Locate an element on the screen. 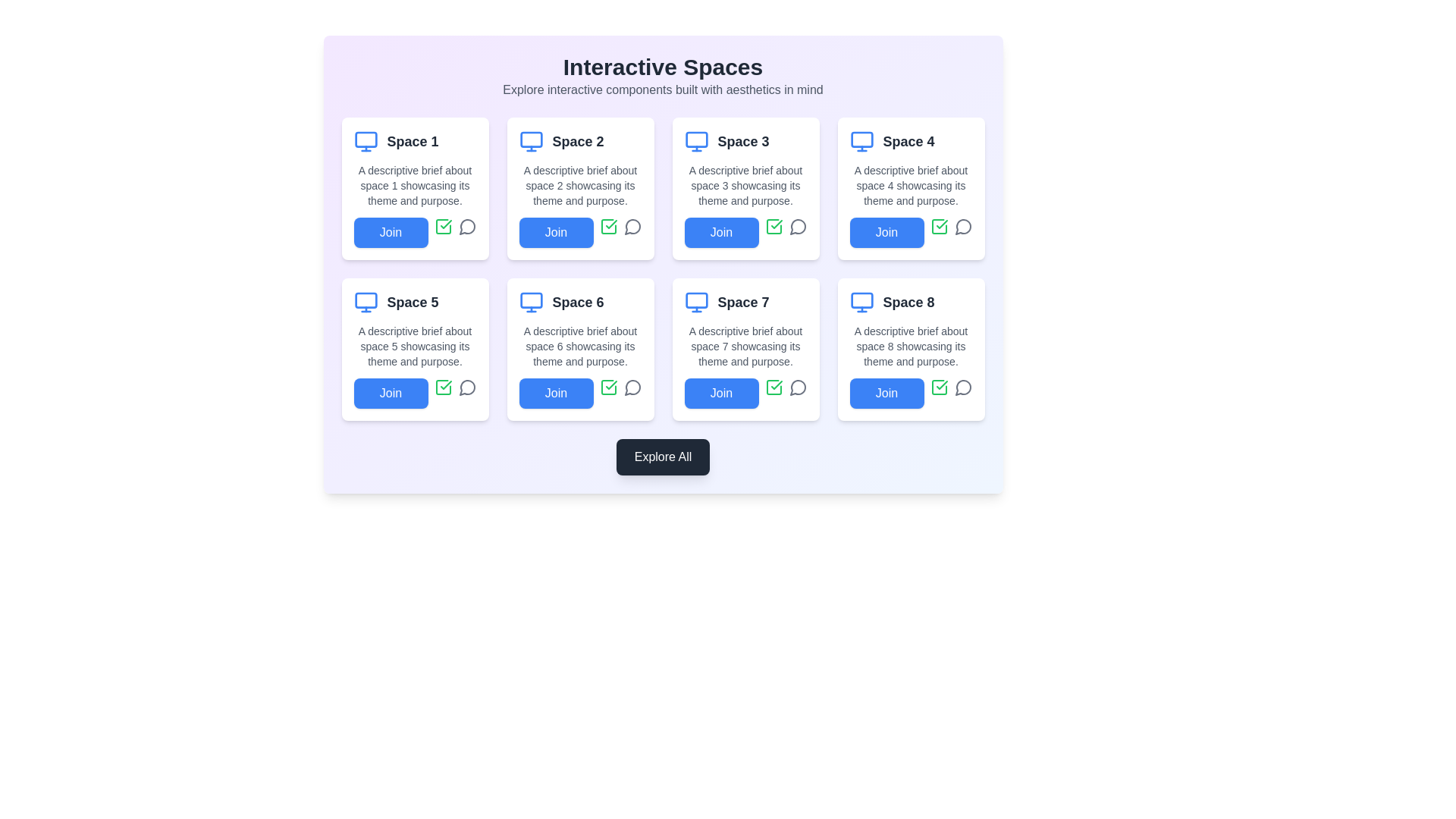  the text of the Label with an icon titled 'Space 1' located in the top-left corner of the first card under the 'Interactive Spaces' section is located at coordinates (415, 141).